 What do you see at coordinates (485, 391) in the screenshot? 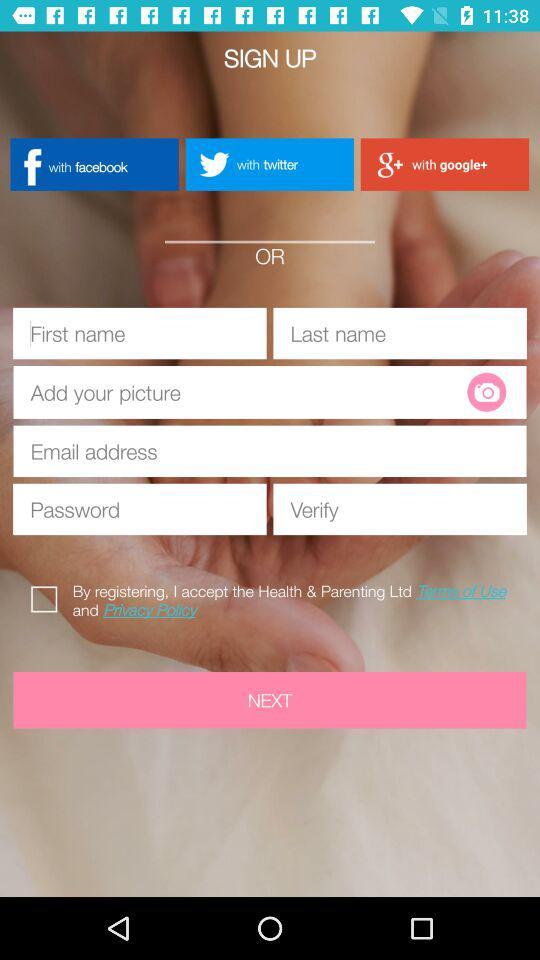
I see `the photo icon` at bounding box center [485, 391].